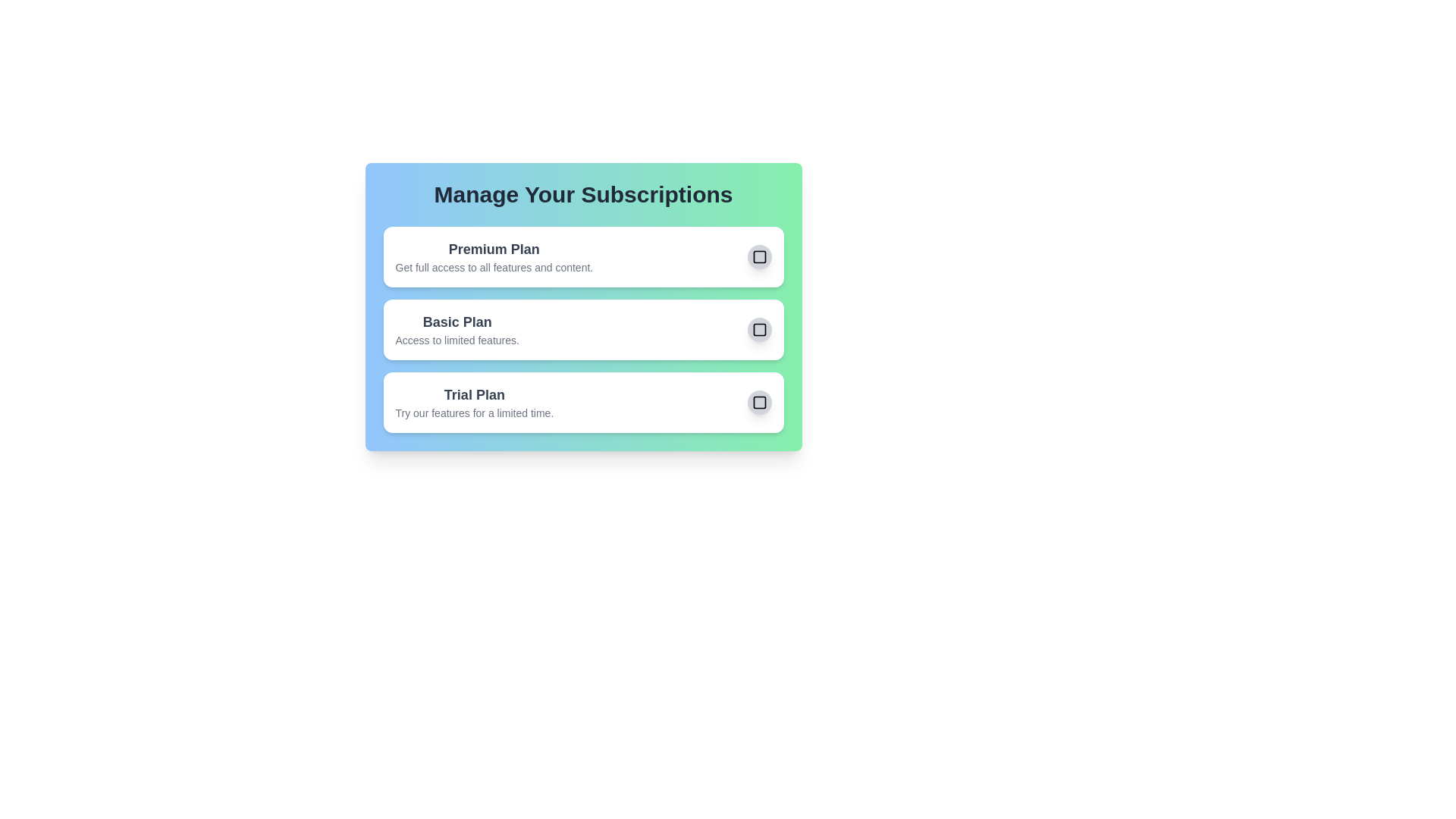 The width and height of the screenshot is (1456, 819). I want to click on the 'Basic Plan' card, which is the second card in the vertical stack of subscription options, for rearrangement, so click(582, 307).